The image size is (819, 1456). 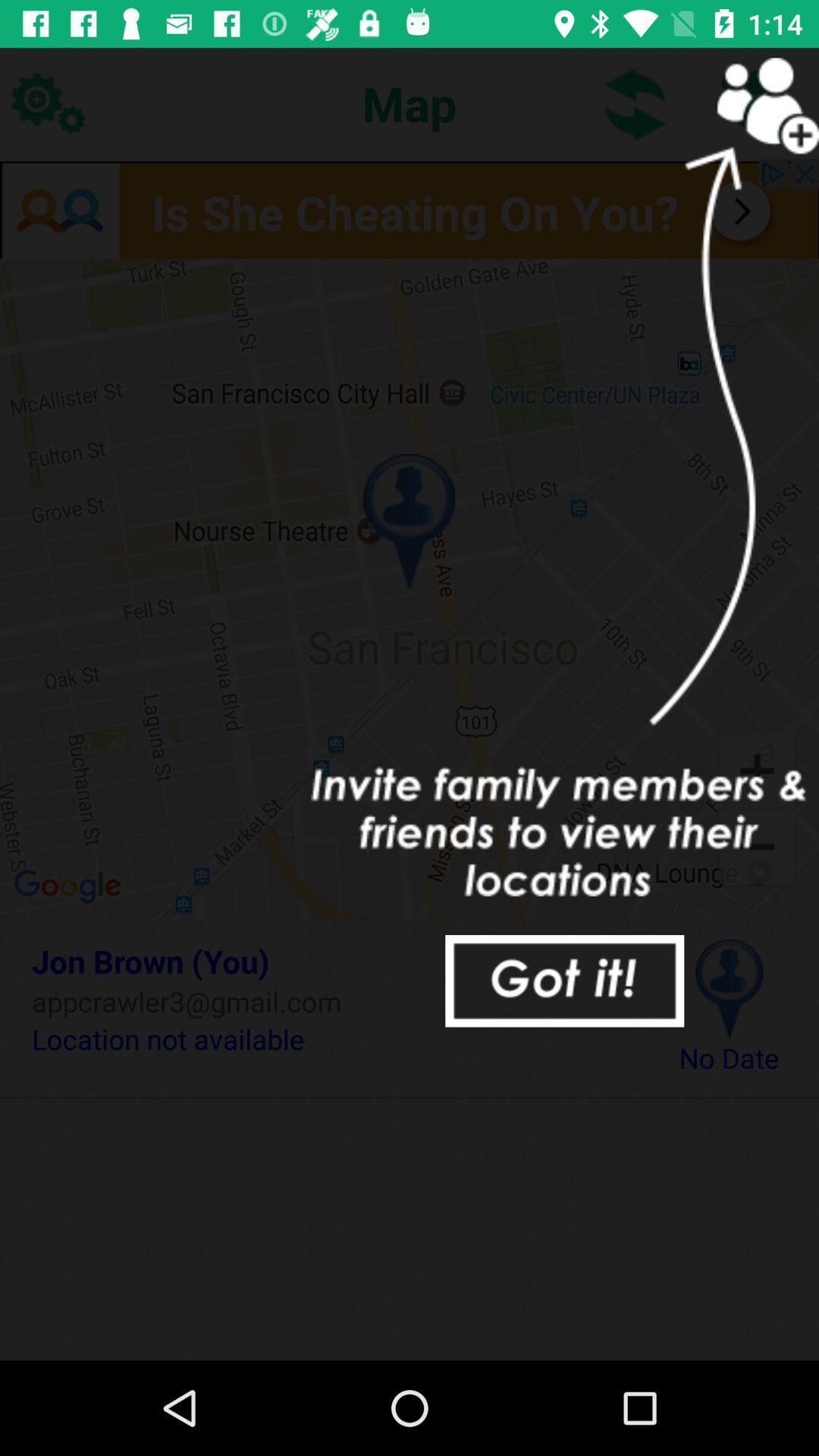 I want to click on find out where she is now, so click(x=409, y=208).